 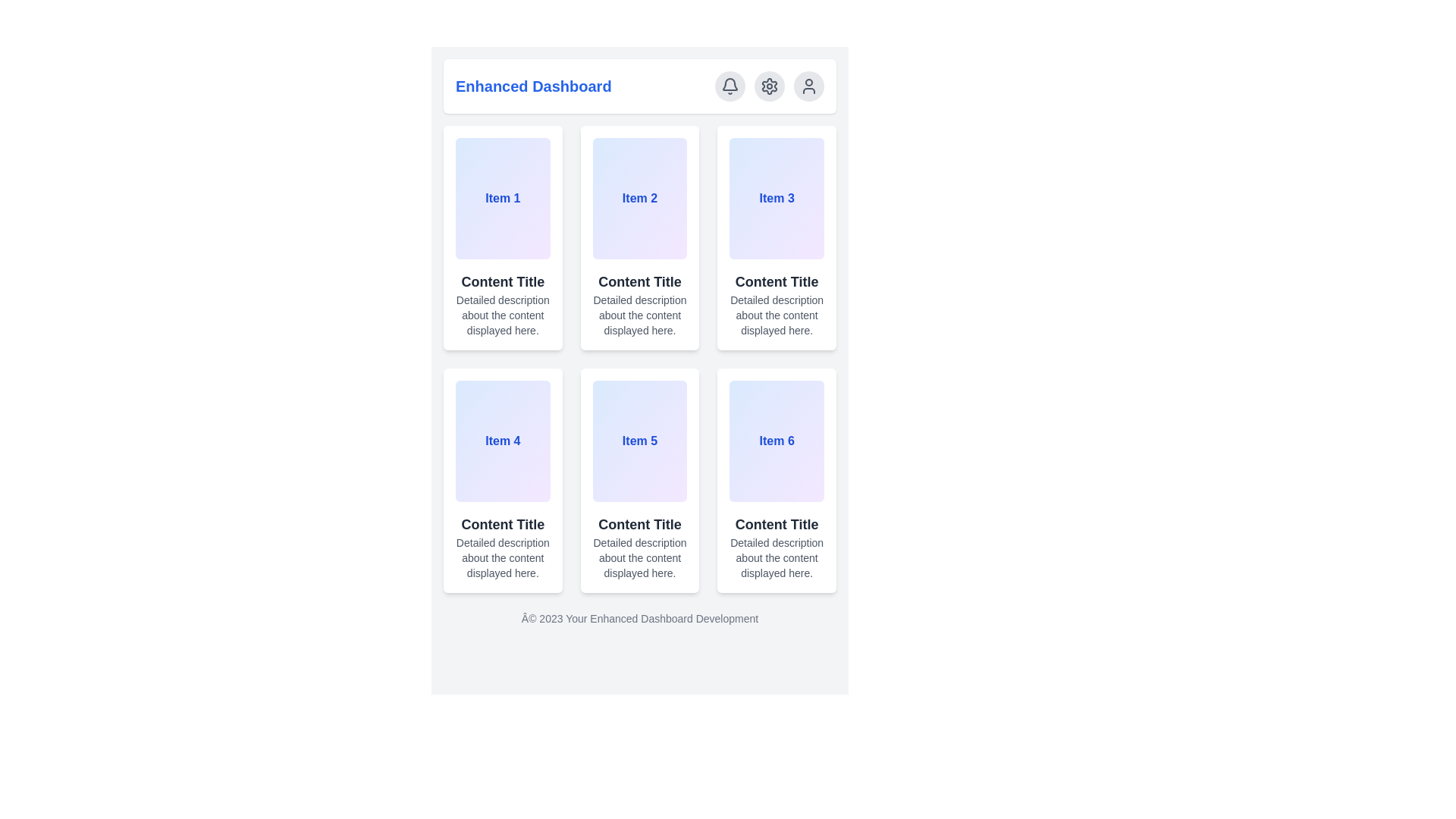 I want to click on the text paragraph styled with a small gray font that contains the content 'Detailed description about the content displayed here,' located below the heading 'Content Title' inside the gradient panel labeled 'Item 4.', so click(x=503, y=558).